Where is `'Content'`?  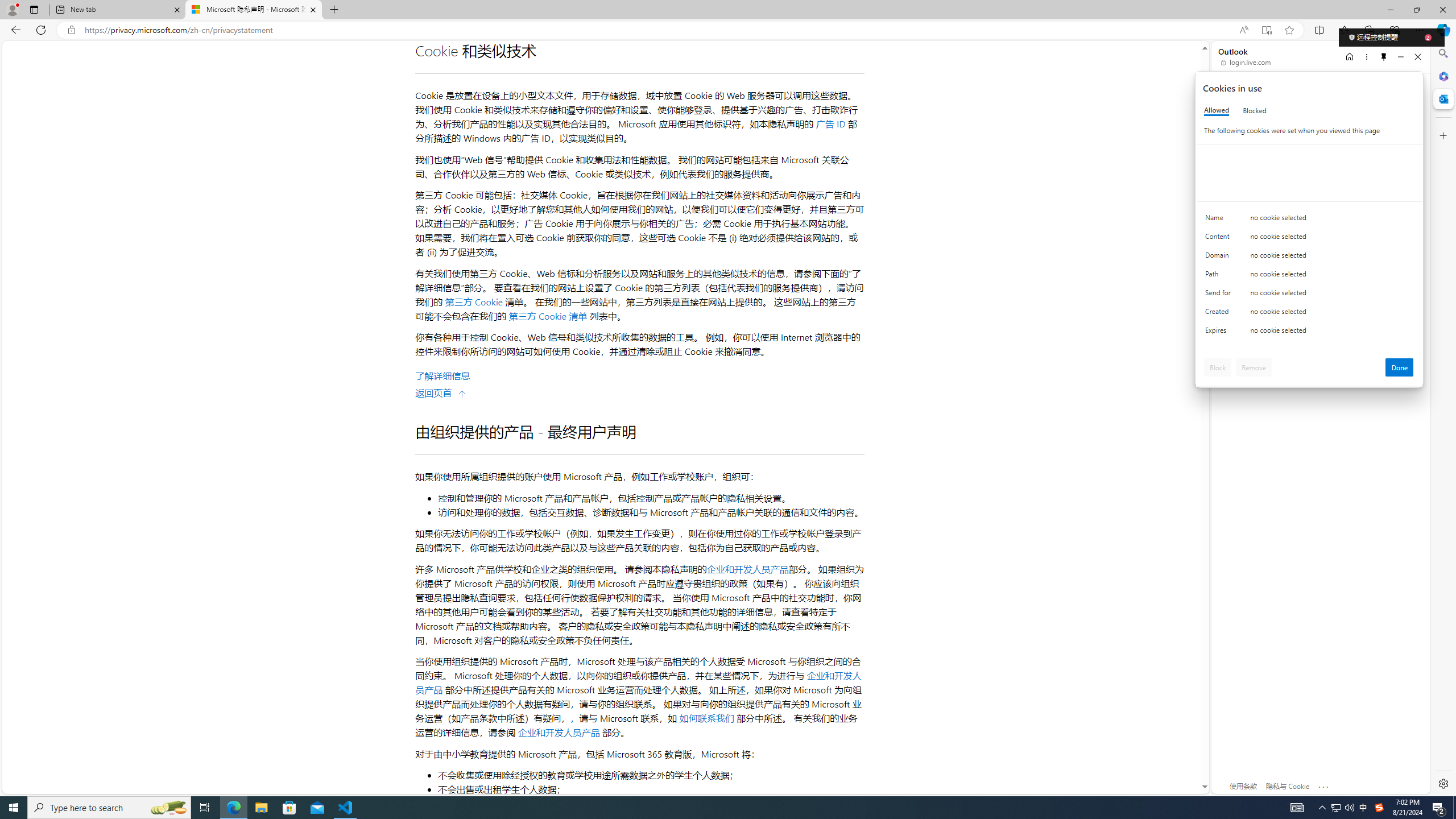
'Content' is located at coordinates (1219, 239).